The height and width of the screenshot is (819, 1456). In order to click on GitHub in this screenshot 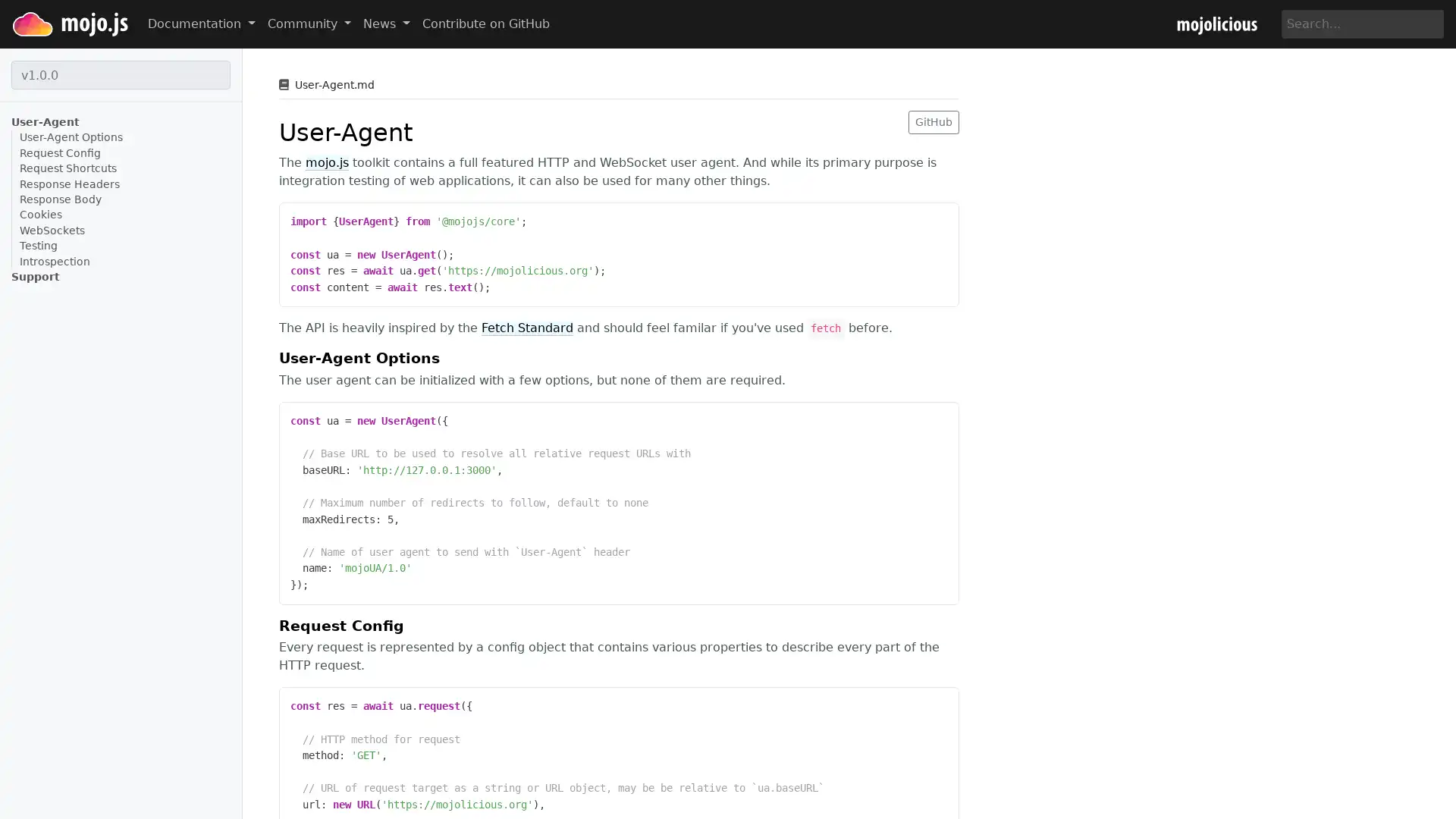, I will do `click(933, 121)`.